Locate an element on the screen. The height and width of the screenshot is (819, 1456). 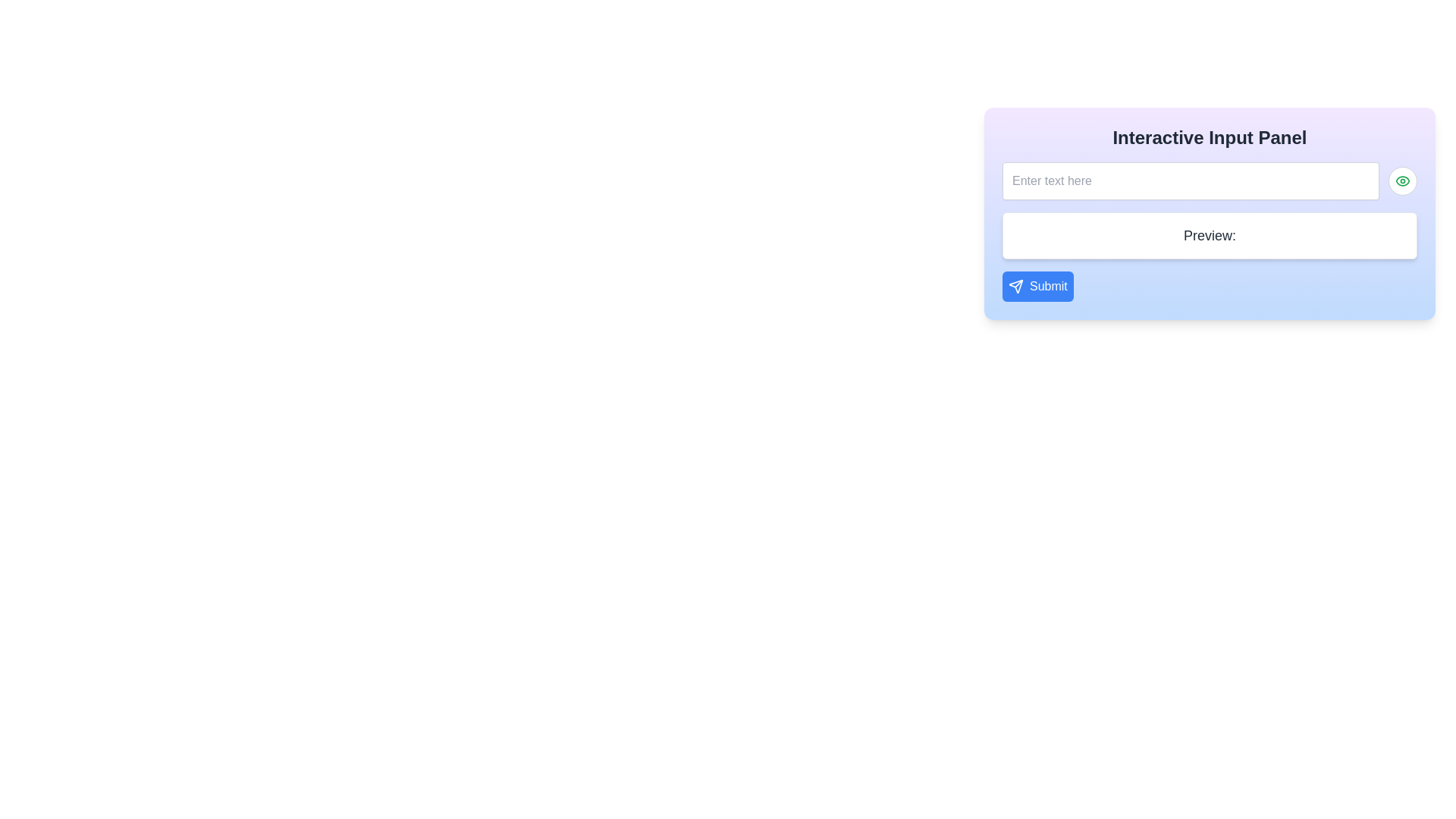
the eye-shaped SVG icon located at the top-right corner of the 'Interactive Input Panel', which is styled with a green hue and contained within a rounded button is located at coordinates (1401, 180).